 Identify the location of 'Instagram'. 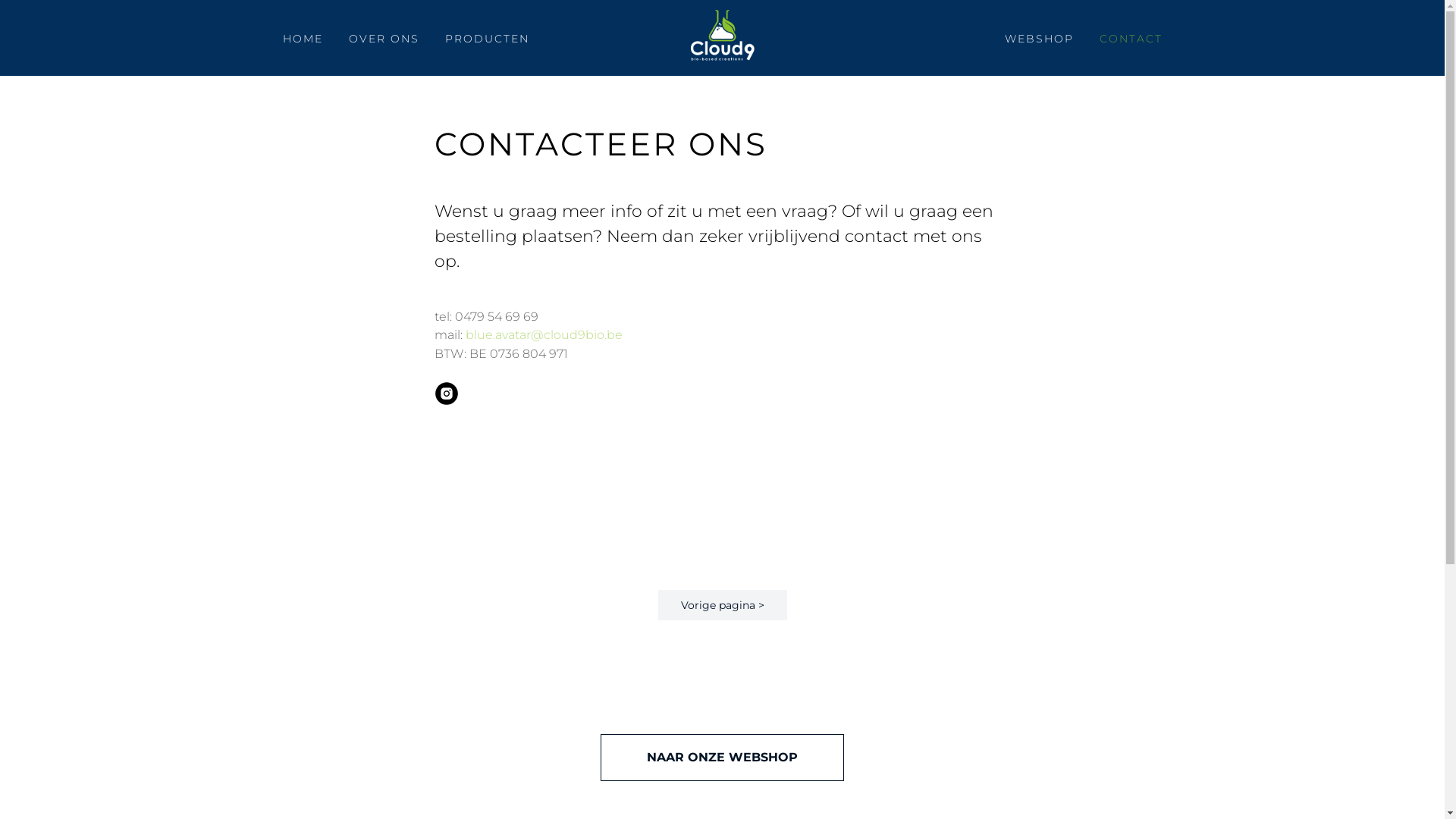
(446, 400).